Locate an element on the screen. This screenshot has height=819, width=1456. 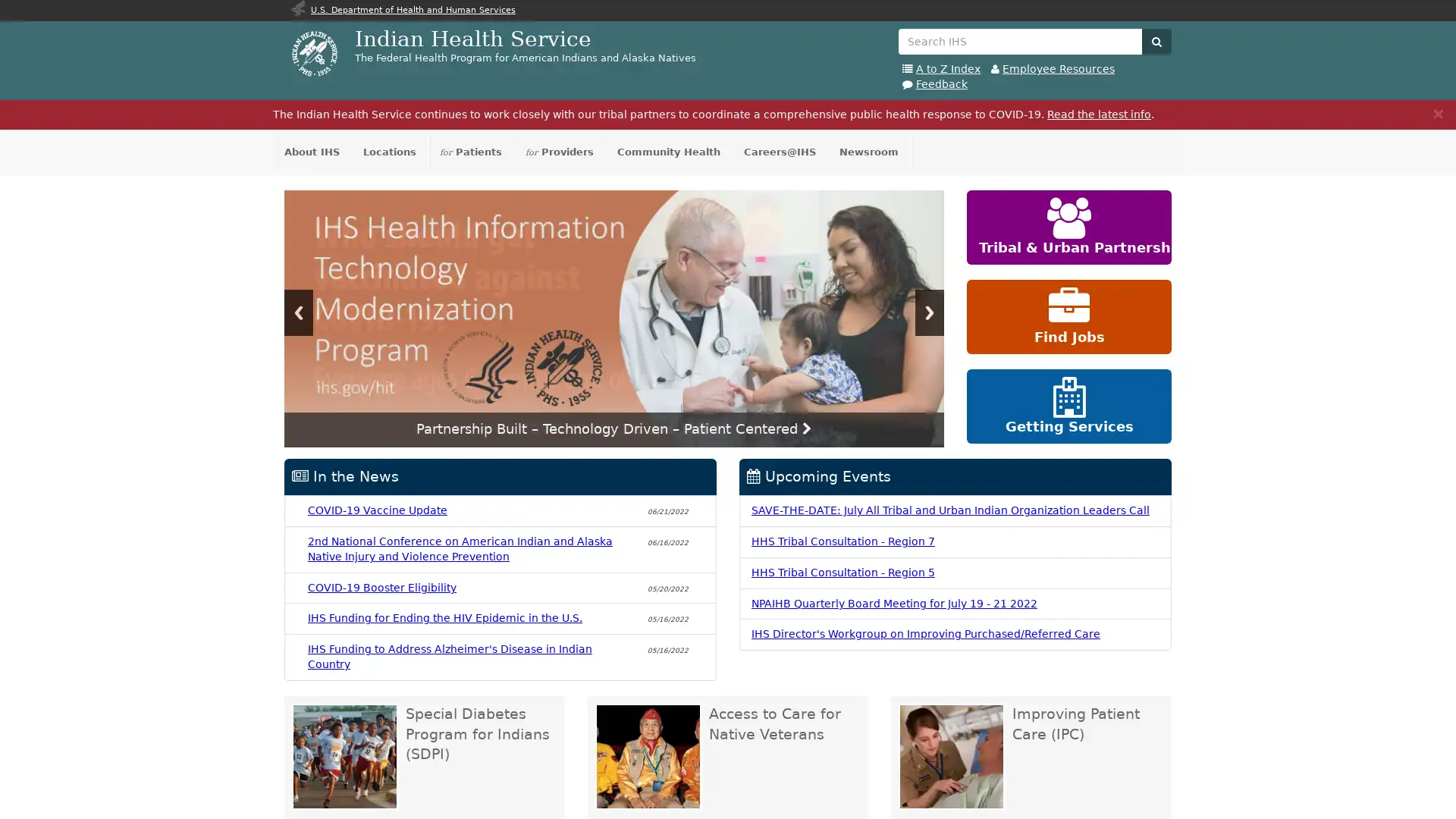
Tribal & Urban Partnerships is located at coordinates (1068, 227).